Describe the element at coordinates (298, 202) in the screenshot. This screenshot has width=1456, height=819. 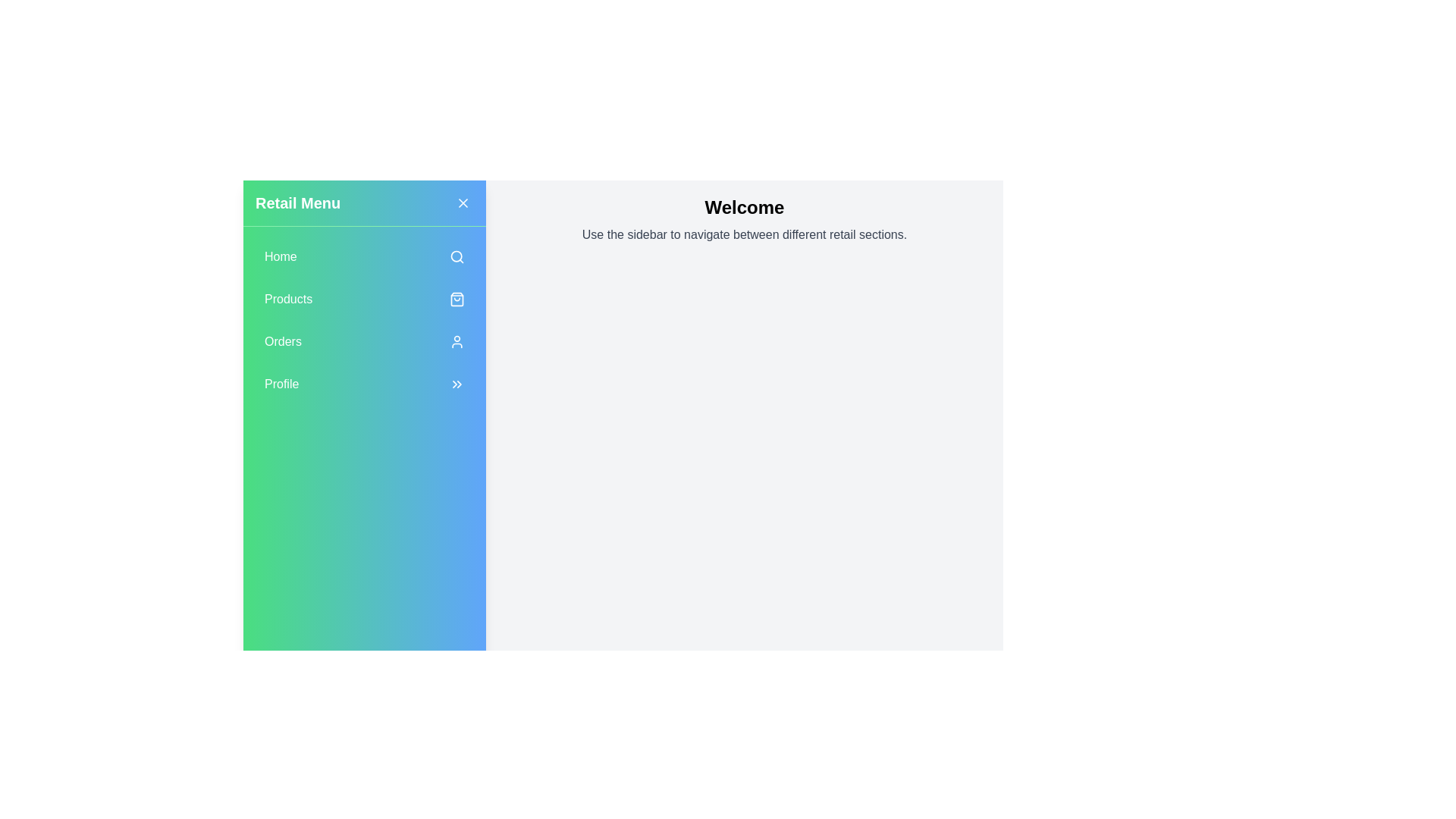
I see `the heading text in the sidebar that indicates its purpose as a menu related to retail management` at that location.